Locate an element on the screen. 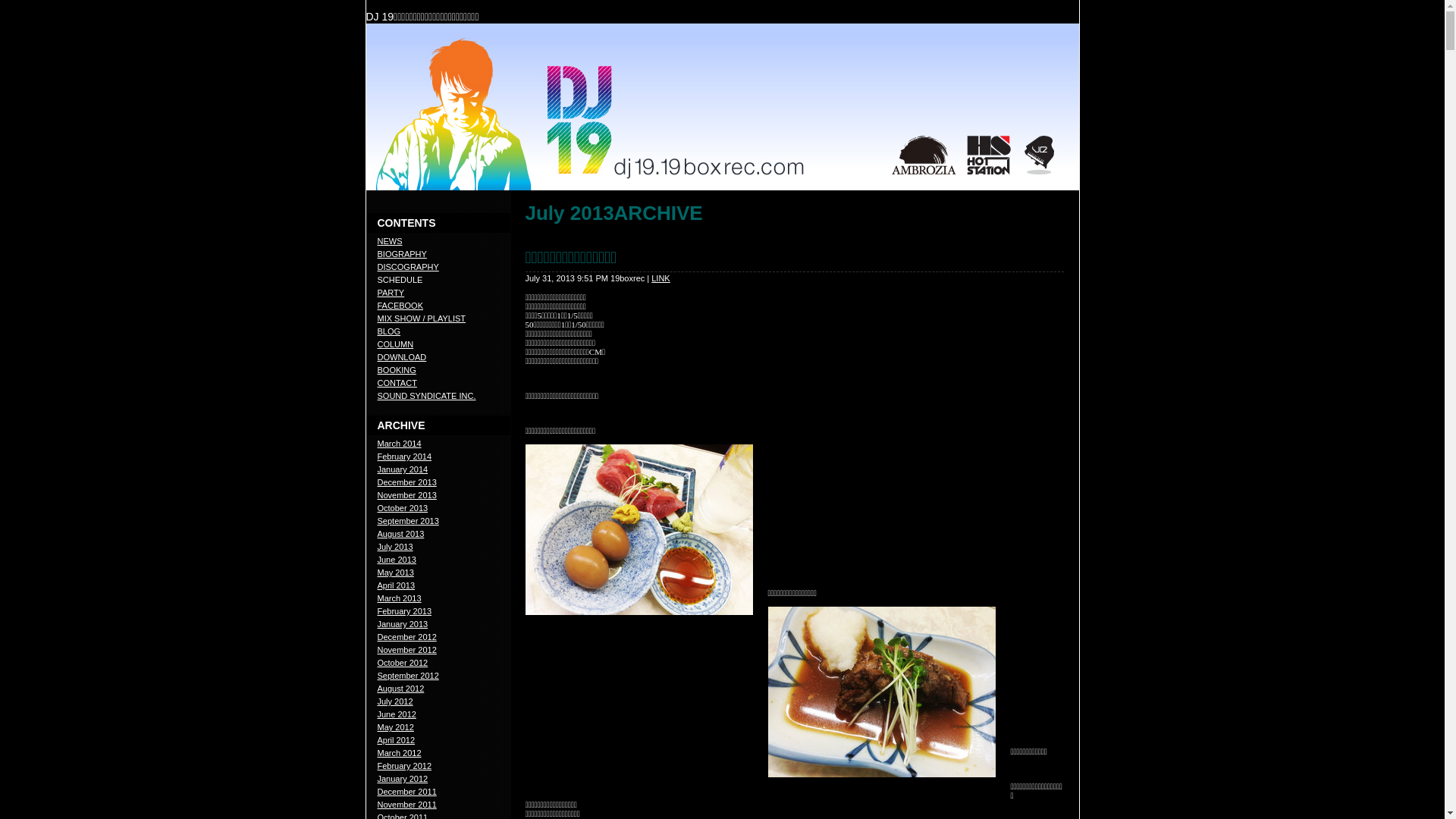  'November 2011' is located at coordinates (407, 803).